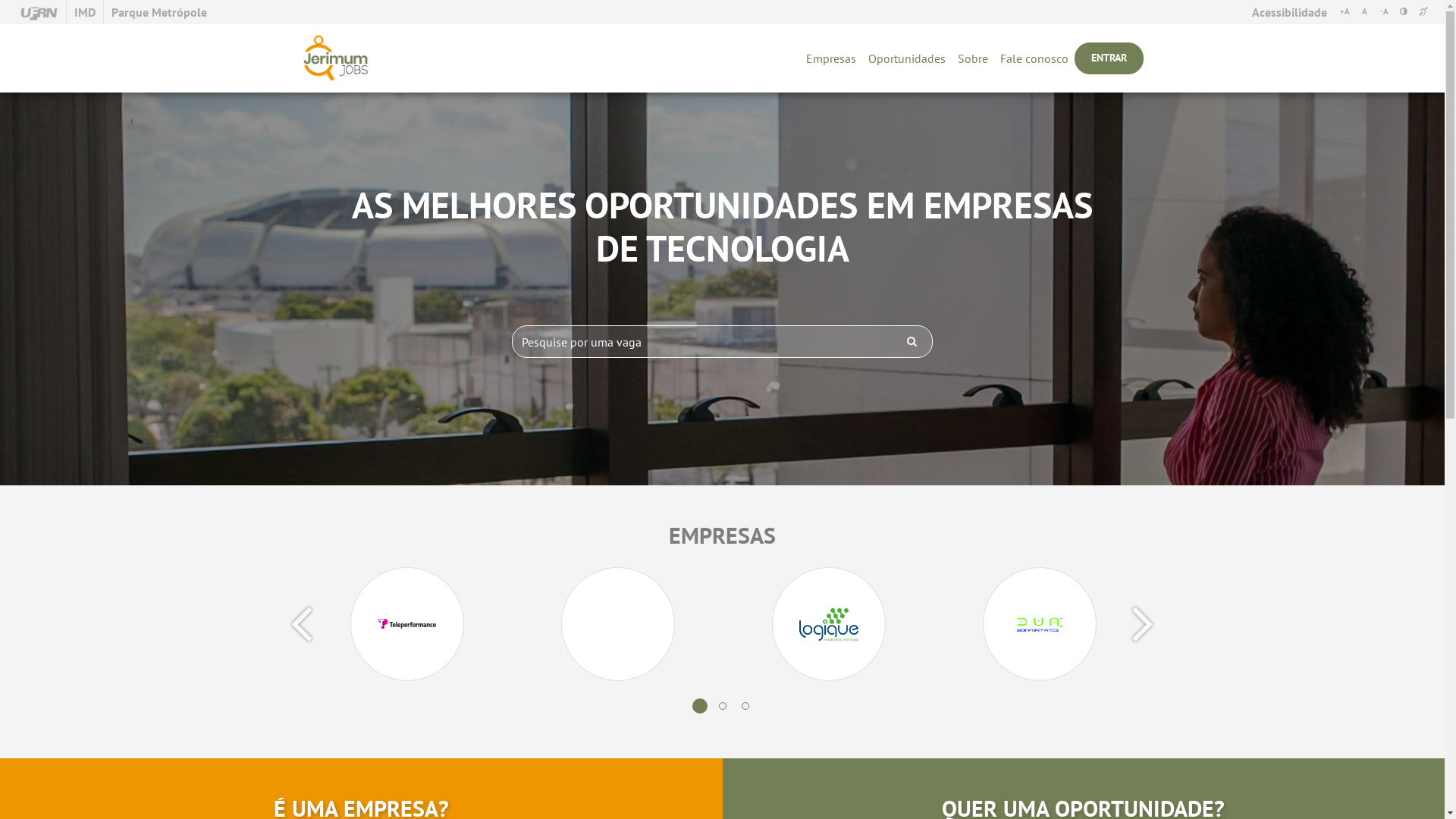 The width and height of the screenshot is (1456, 819). I want to click on 'Previous', so click(301, 622).